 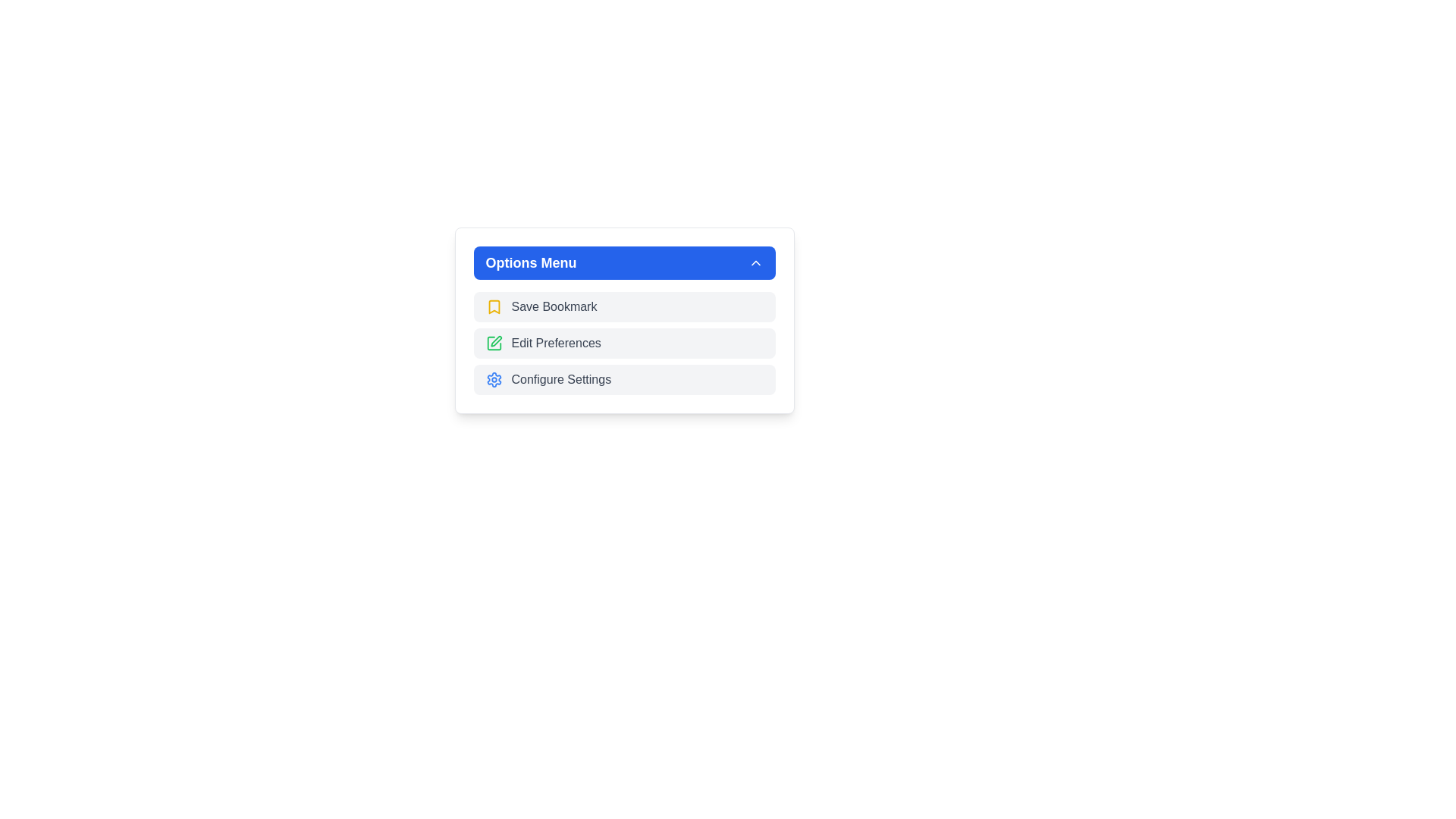 What do you see at coordinates (494, 379) in the screenshot?
I see `the 'Configure Settings' icon located in the dropdown menu titled 'Options Menu', which is positioned to the left of the 'Configure Settings' text` at bounding box center [494, 379].